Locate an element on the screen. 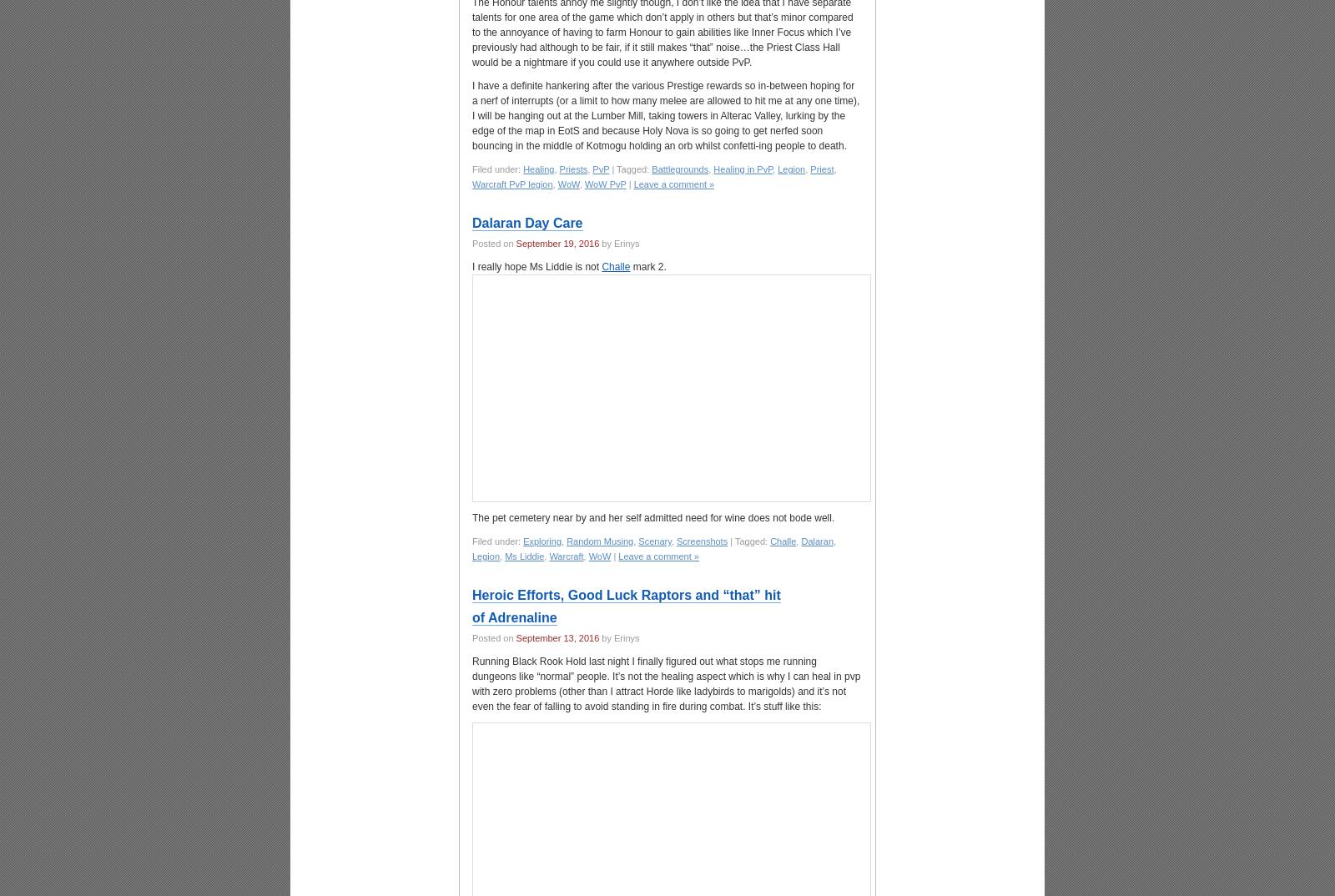 This screenshot has width=1335, height=896. 'Dalaran Day Care' is located at coordinates (527, 222).